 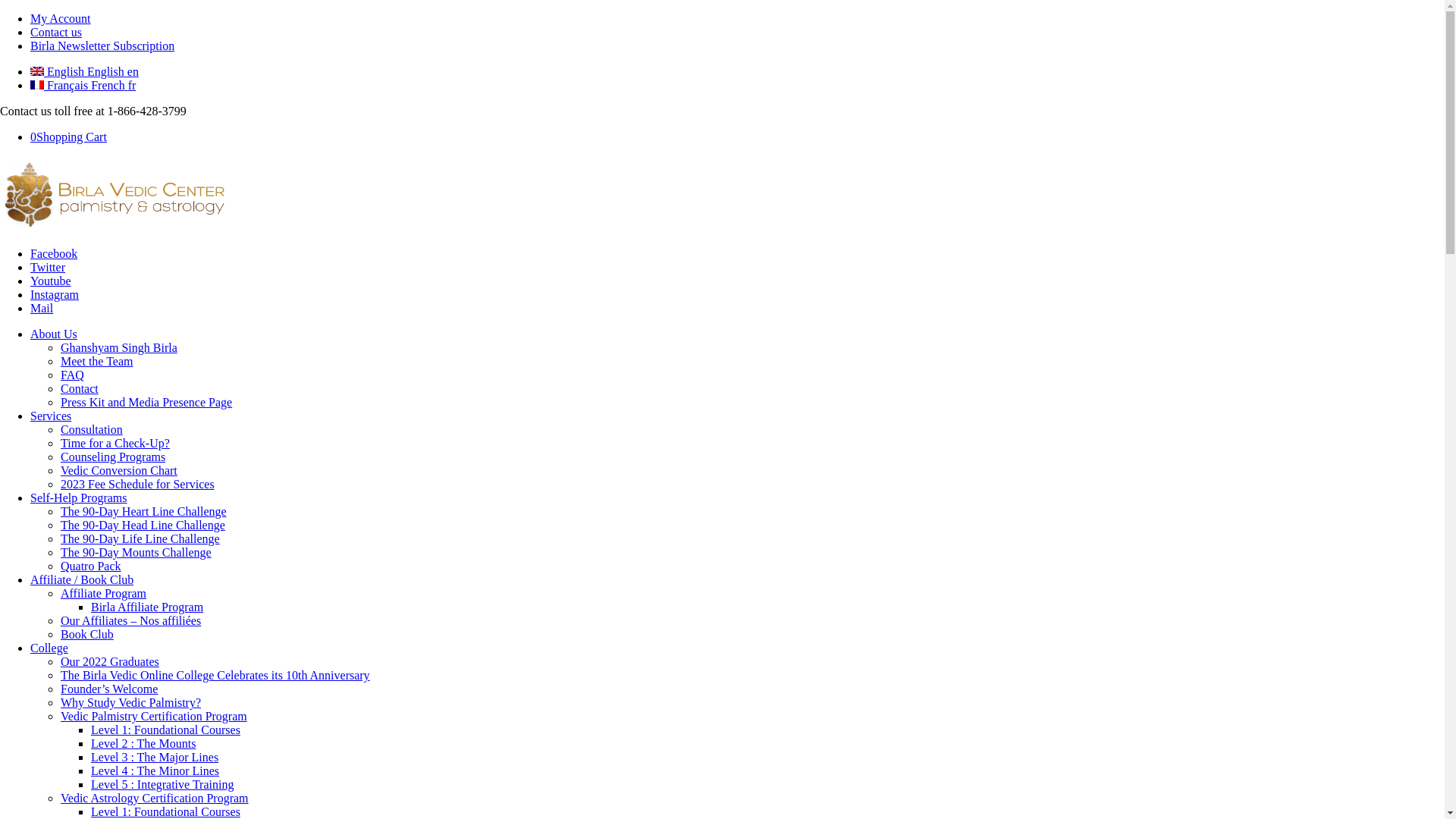 What do you see at coordinates (86, 634) in the screenshot?
I see `'Book Club'` at bounding box center [86, 634].